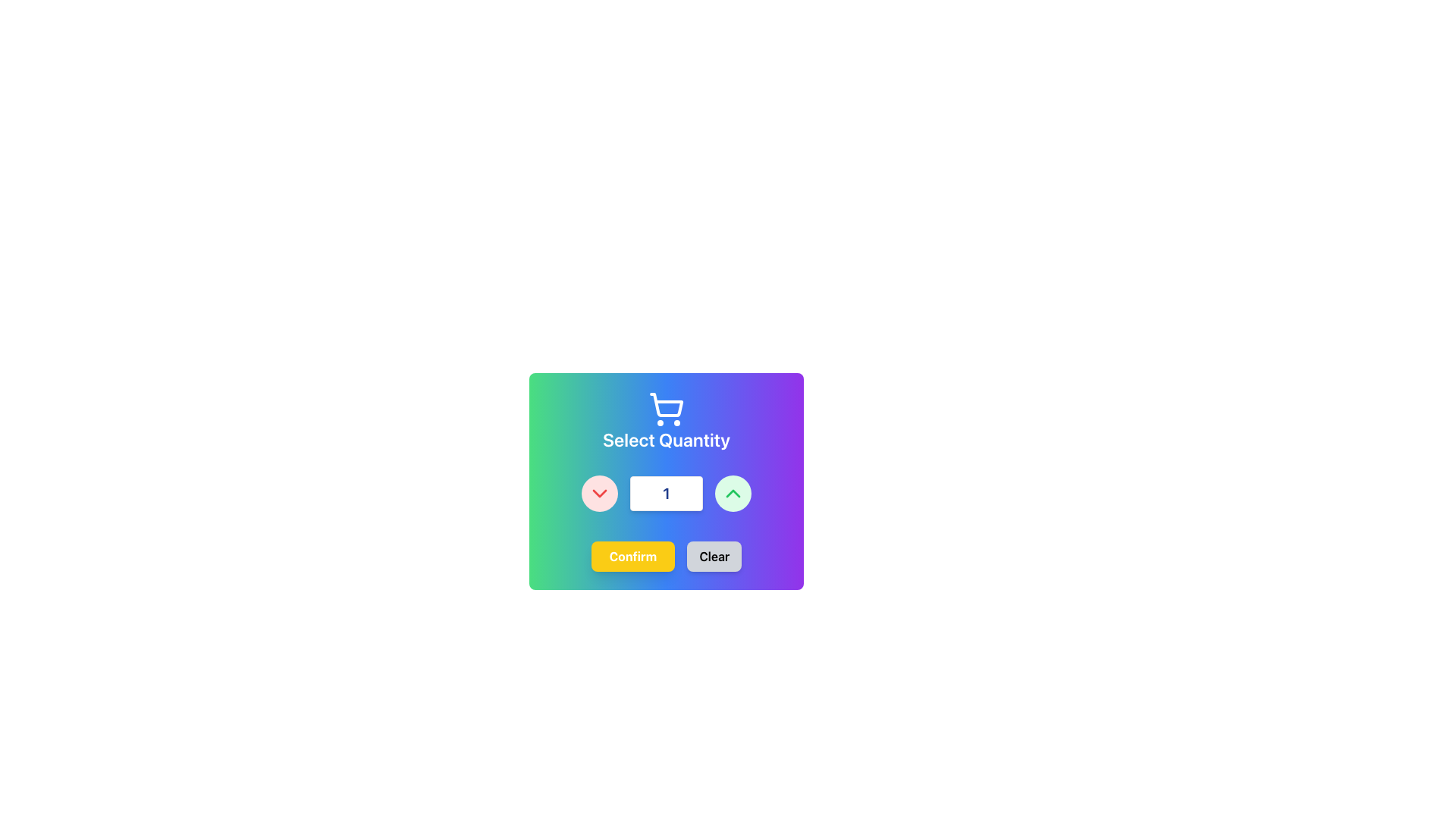 The width and height of the screenshot is (1456, 819). I want to click on the read-only input field displaying the current quantity, located between two interactive circular buttons with chevron symbols, so click(666, 494).